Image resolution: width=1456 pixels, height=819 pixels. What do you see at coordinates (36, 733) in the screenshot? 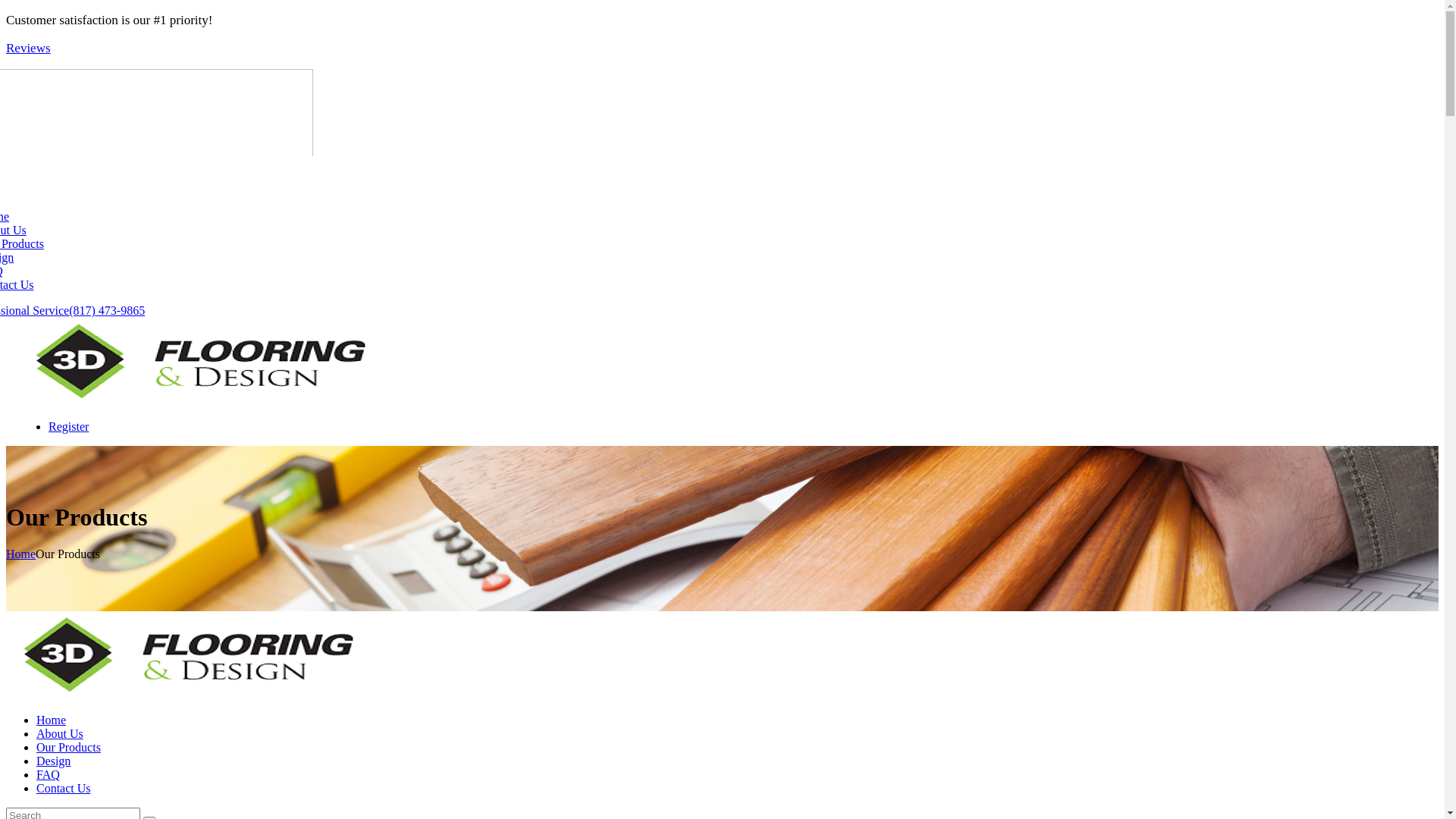
I see `'About Us'` at bounding box center [36, 733].